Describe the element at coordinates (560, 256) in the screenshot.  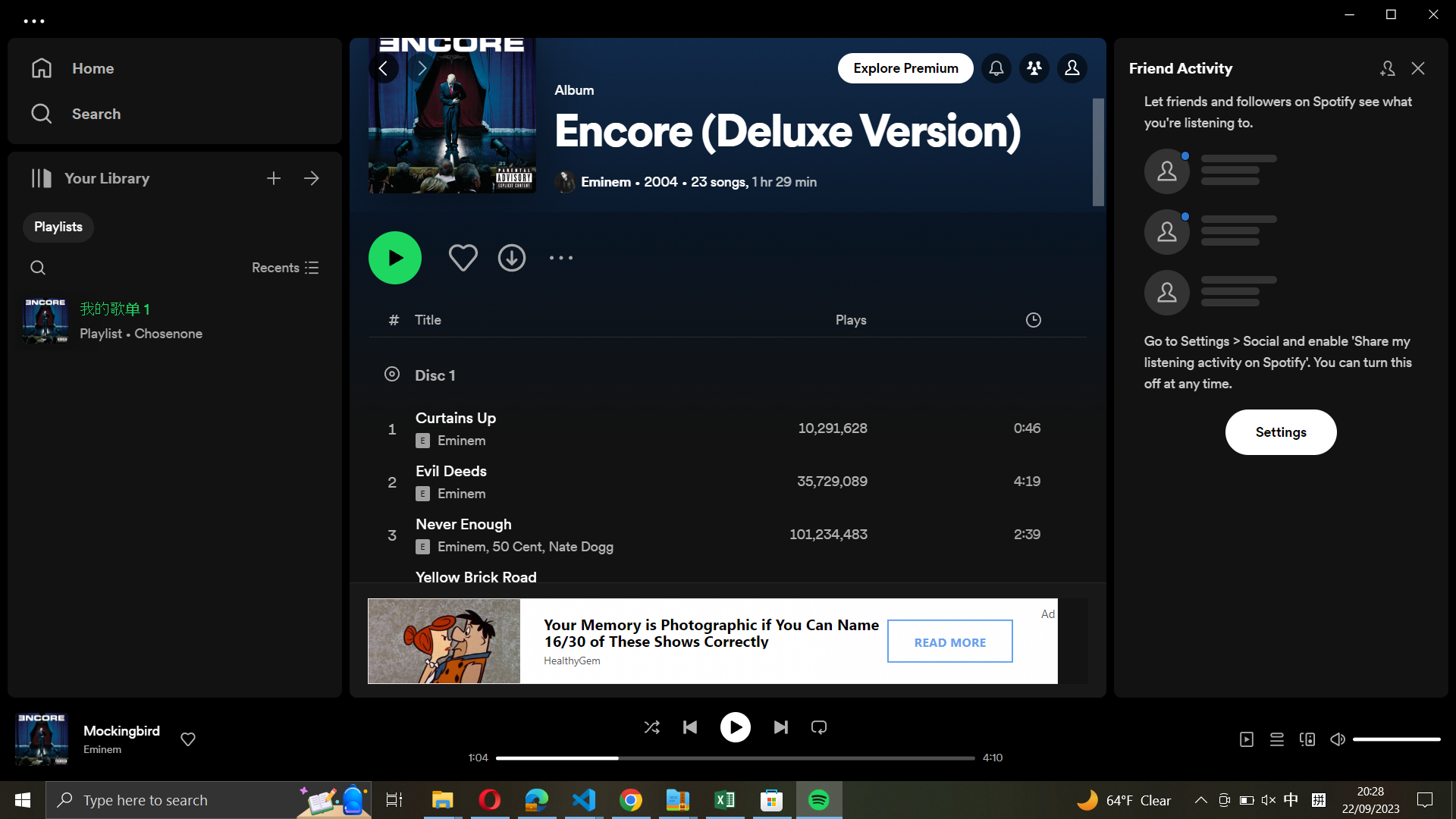
I see `further options in the playlist` at that location.